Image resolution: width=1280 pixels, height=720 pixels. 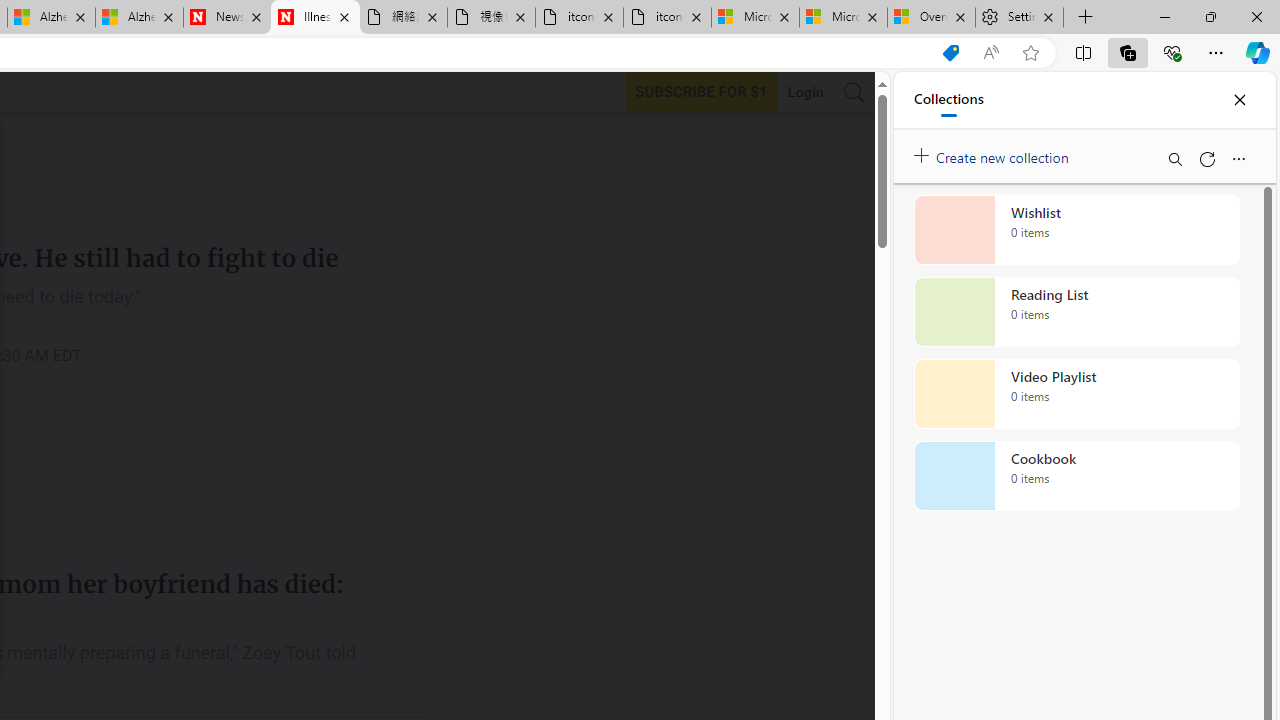 I want to click on 'Create new collection', so click(x=995, y=152).